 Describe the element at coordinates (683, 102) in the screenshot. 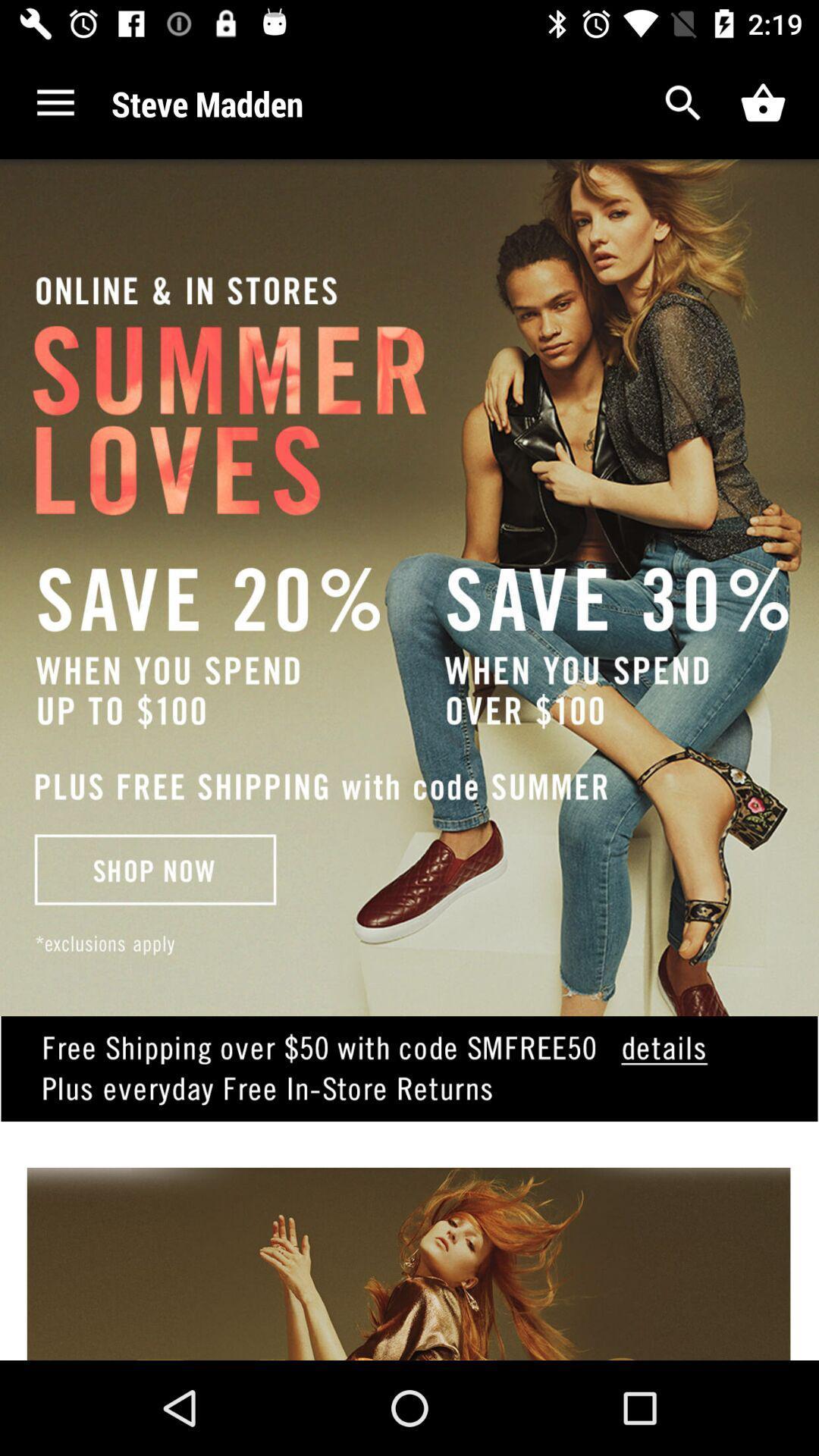

I see `zoom option` at that location.